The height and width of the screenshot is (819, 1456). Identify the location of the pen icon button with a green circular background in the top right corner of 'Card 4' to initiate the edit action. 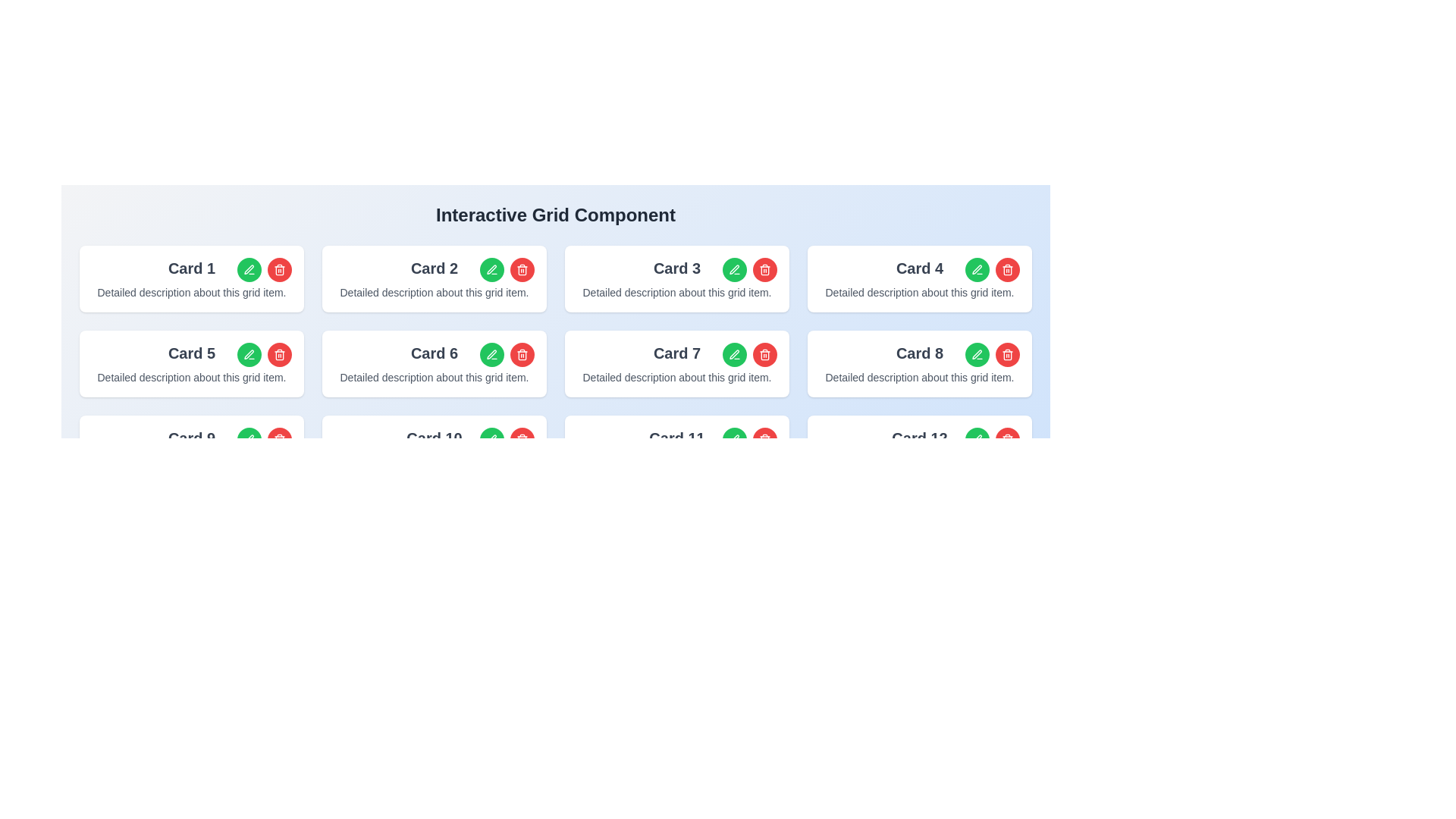
(977, 268).